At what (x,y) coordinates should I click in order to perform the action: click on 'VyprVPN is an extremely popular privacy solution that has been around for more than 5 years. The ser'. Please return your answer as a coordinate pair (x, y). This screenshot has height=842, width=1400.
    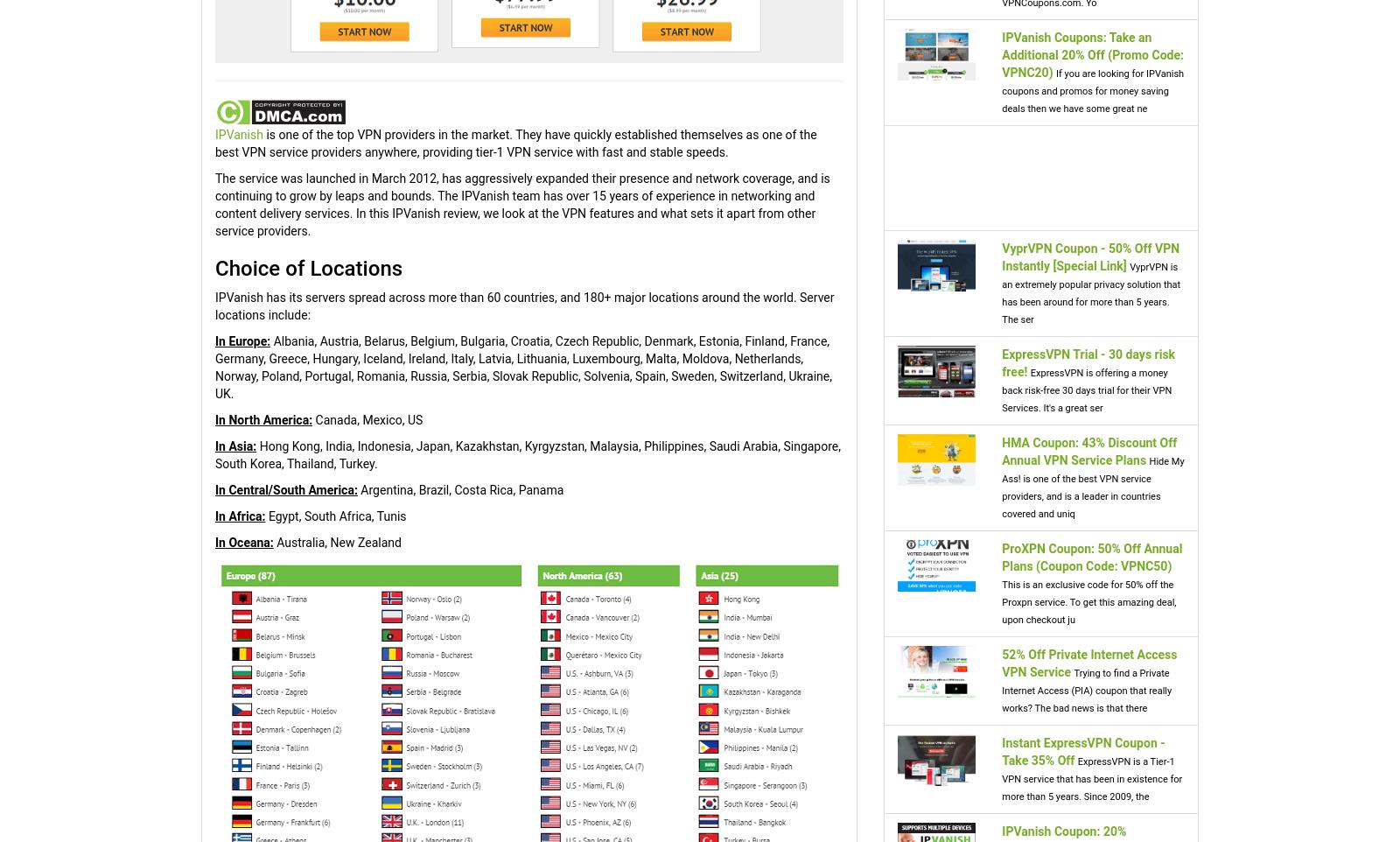
    Looking at the image, I should click on (1090, 291).